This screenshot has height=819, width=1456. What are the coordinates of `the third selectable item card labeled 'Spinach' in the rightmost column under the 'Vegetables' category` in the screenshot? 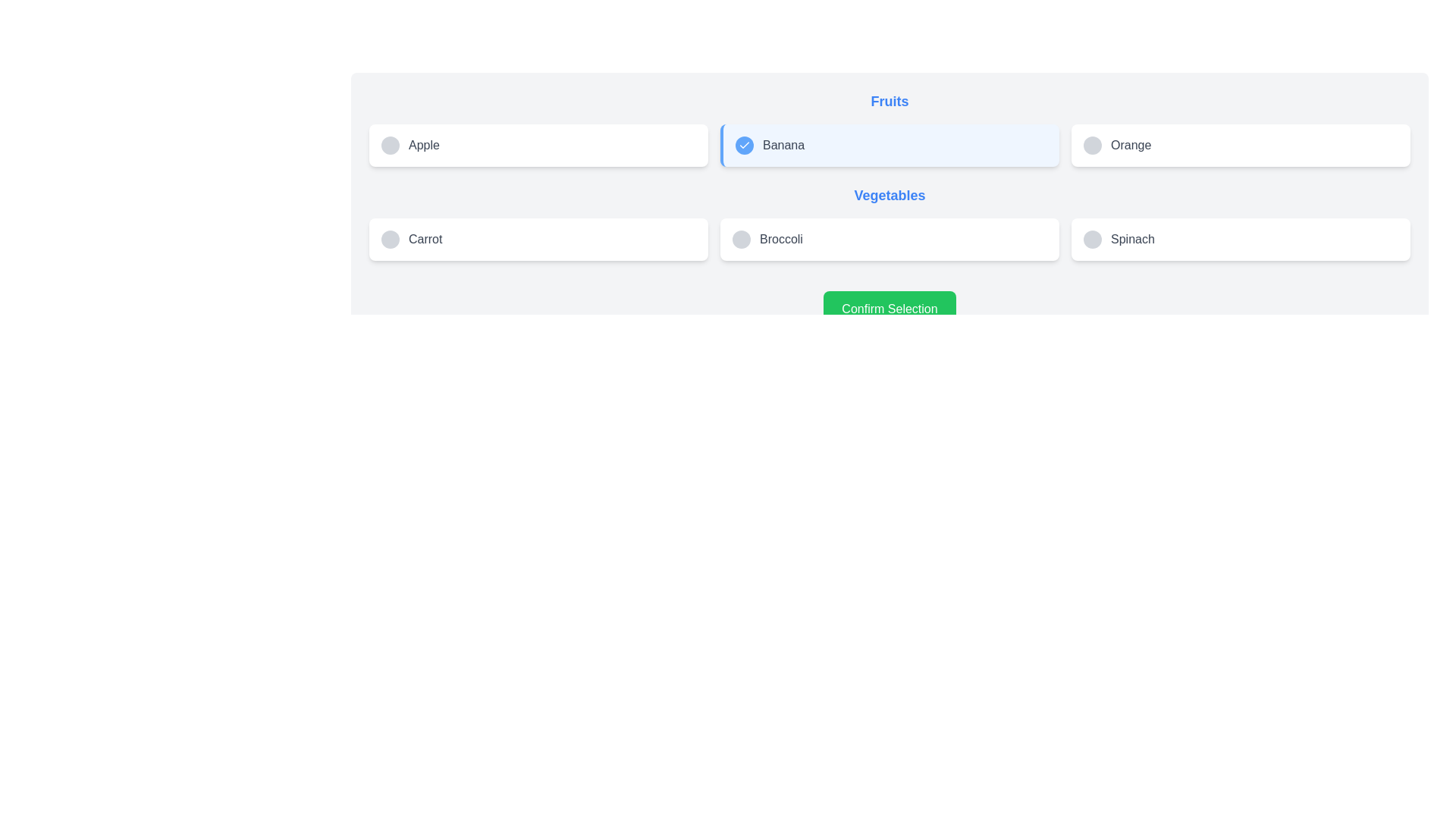 It's located at (1241, 239).